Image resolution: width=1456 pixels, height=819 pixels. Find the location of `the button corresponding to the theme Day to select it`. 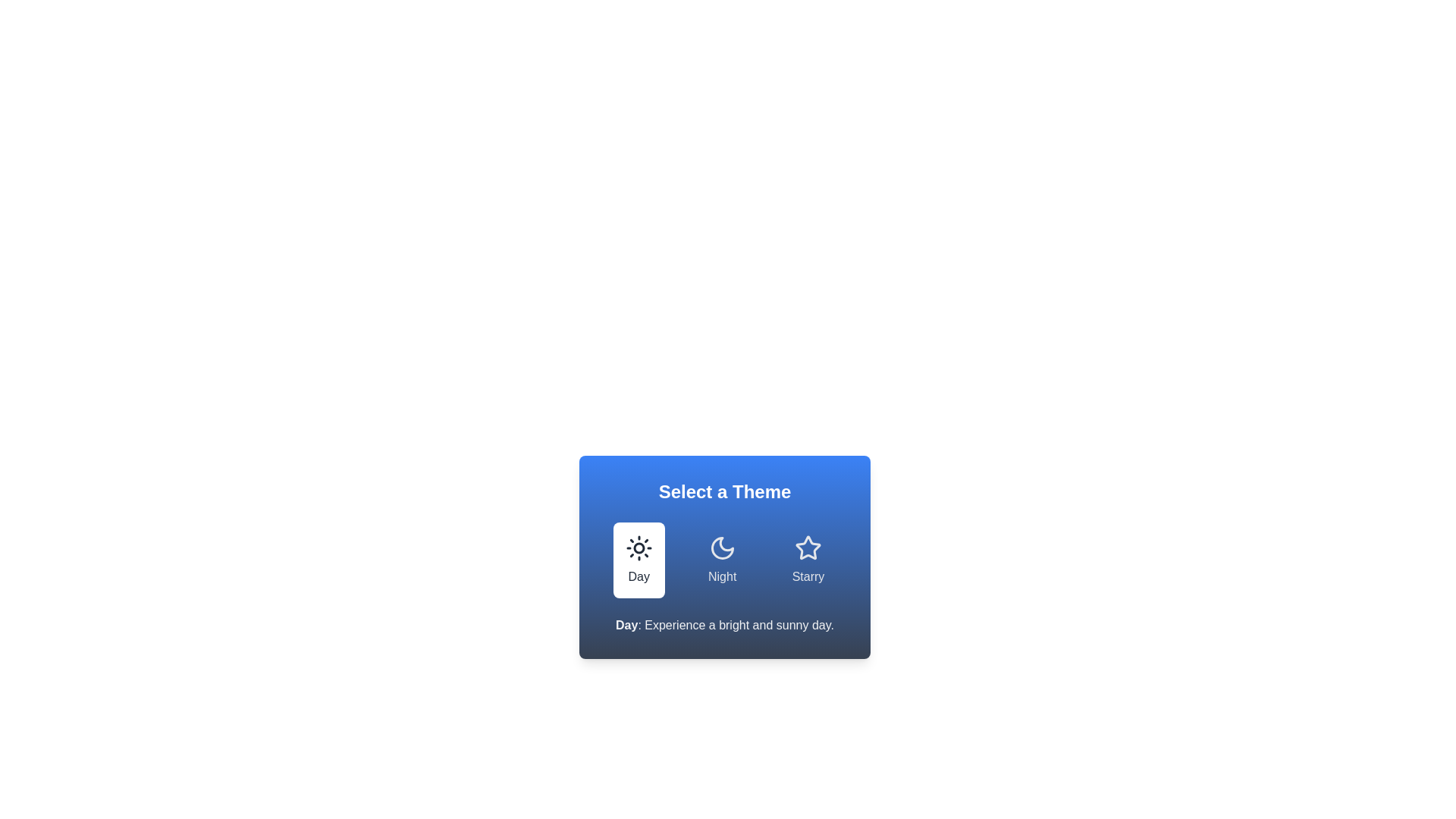

the button corresponding to the theme Day to select it is located at coordinates (639, 560).